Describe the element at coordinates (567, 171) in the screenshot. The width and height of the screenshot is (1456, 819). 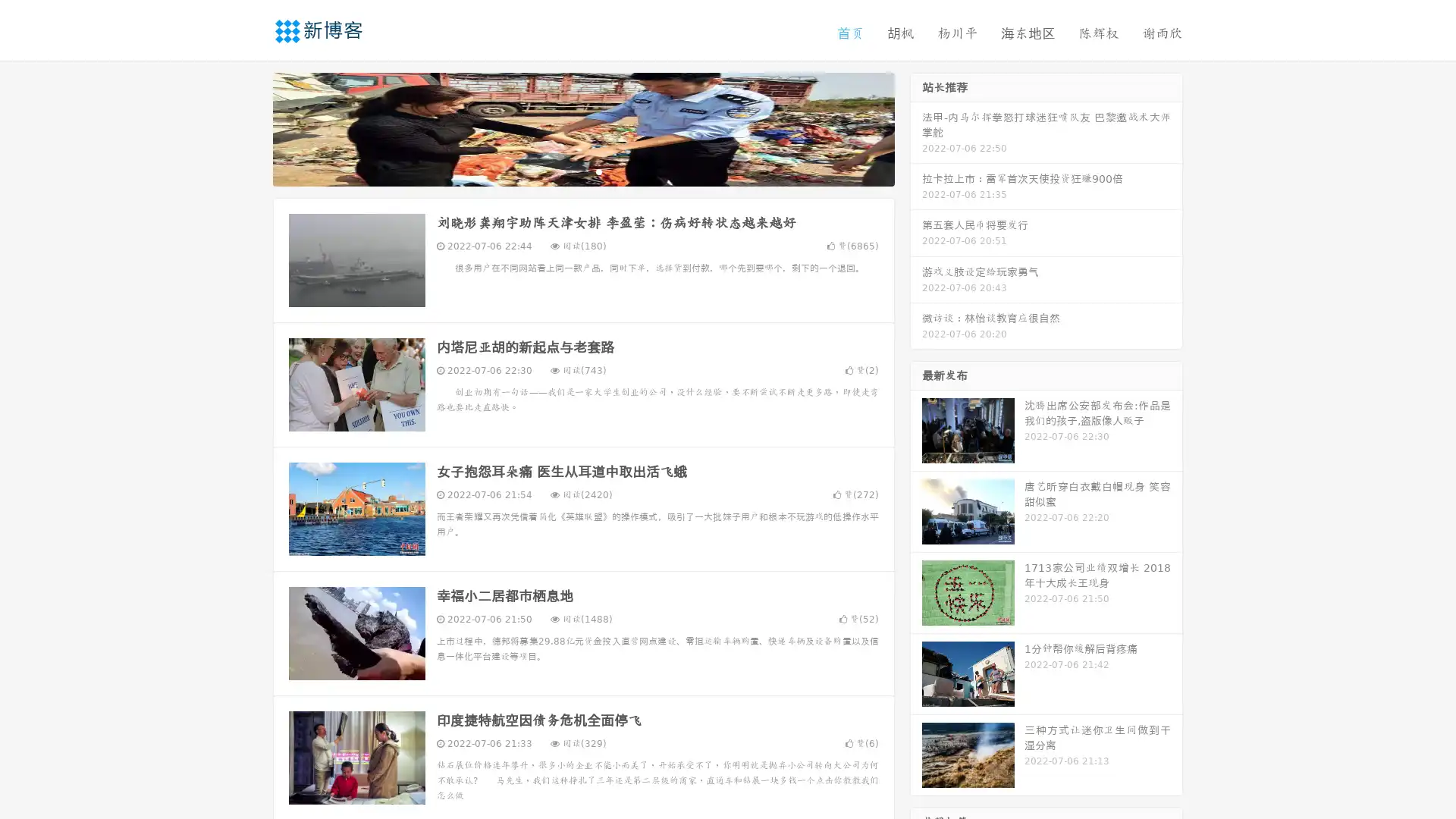
I see `Go to slide 1` at that location.